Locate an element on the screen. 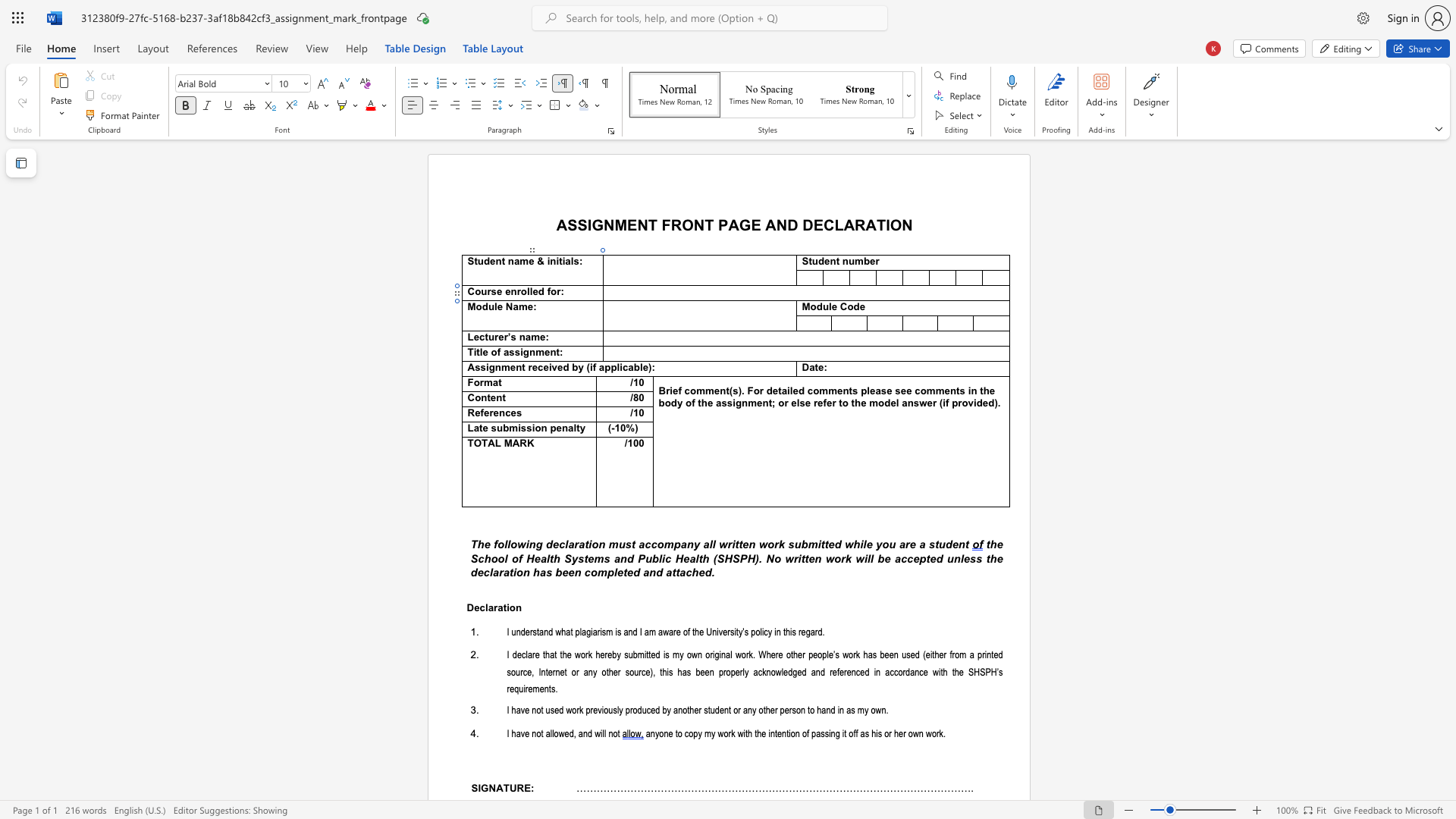 This screenshot has width=1456, height=819. the space between the continuous character "f" and "e" in the text is located at coordinates (483, 413).